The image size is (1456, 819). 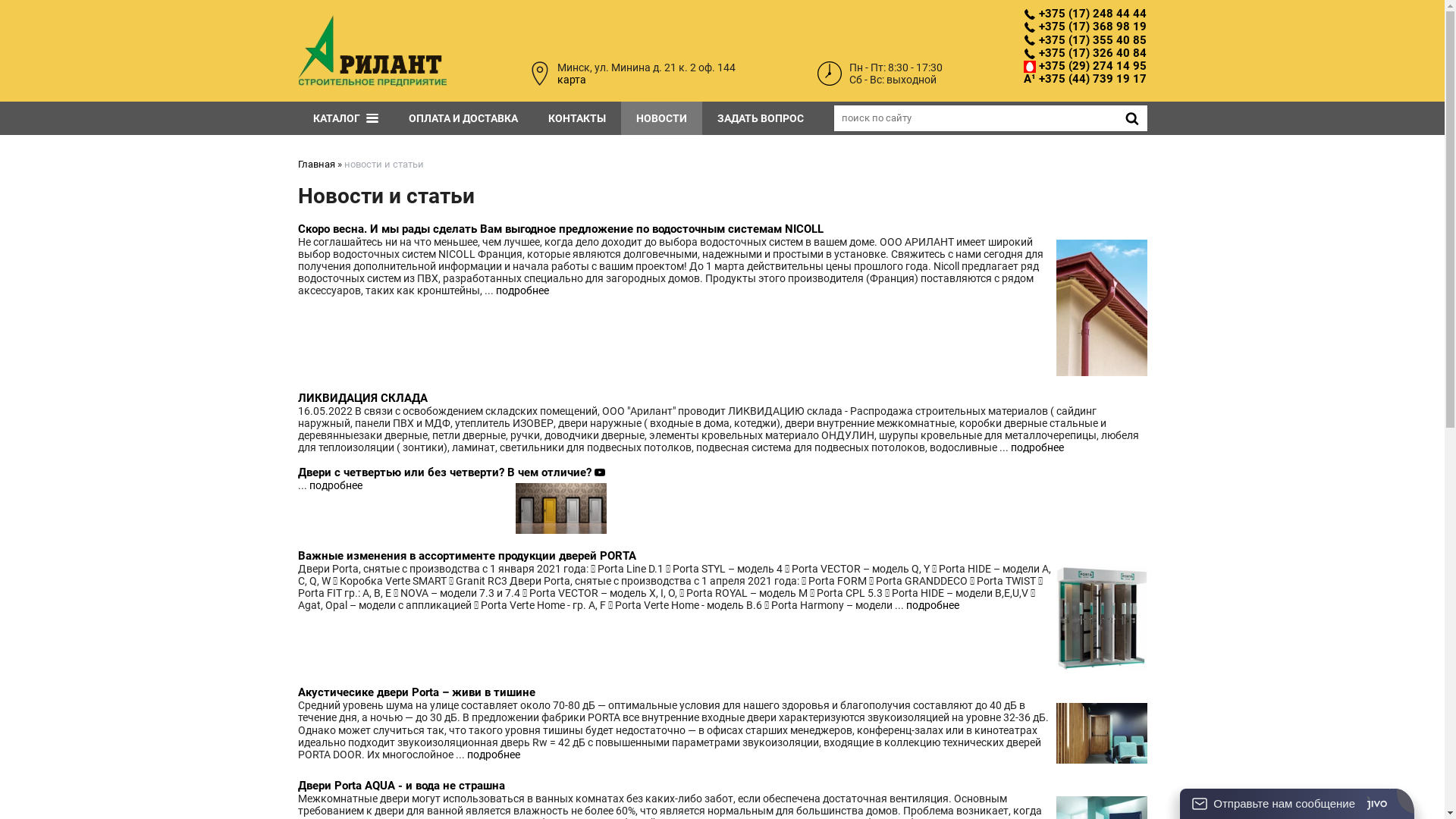 I want to click on '+375 (17) 368 98 19', so click(x=1023, y=27).